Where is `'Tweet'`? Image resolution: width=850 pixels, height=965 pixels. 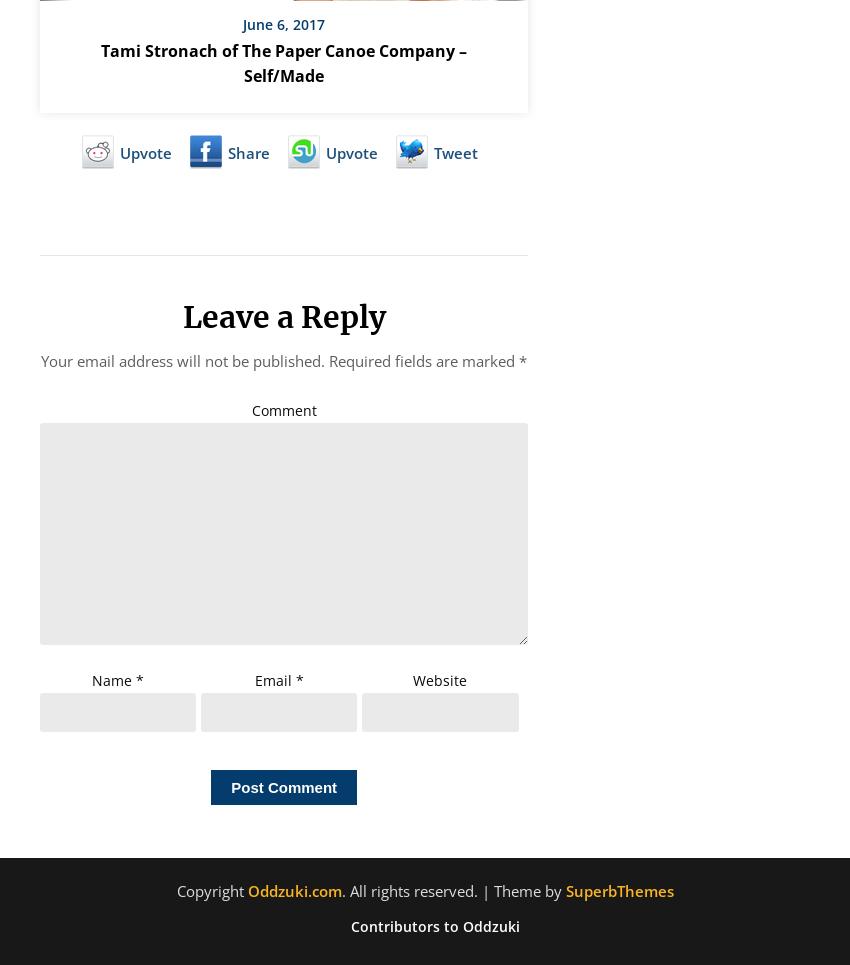
'Tweet' is located at coordinates (455, 151).